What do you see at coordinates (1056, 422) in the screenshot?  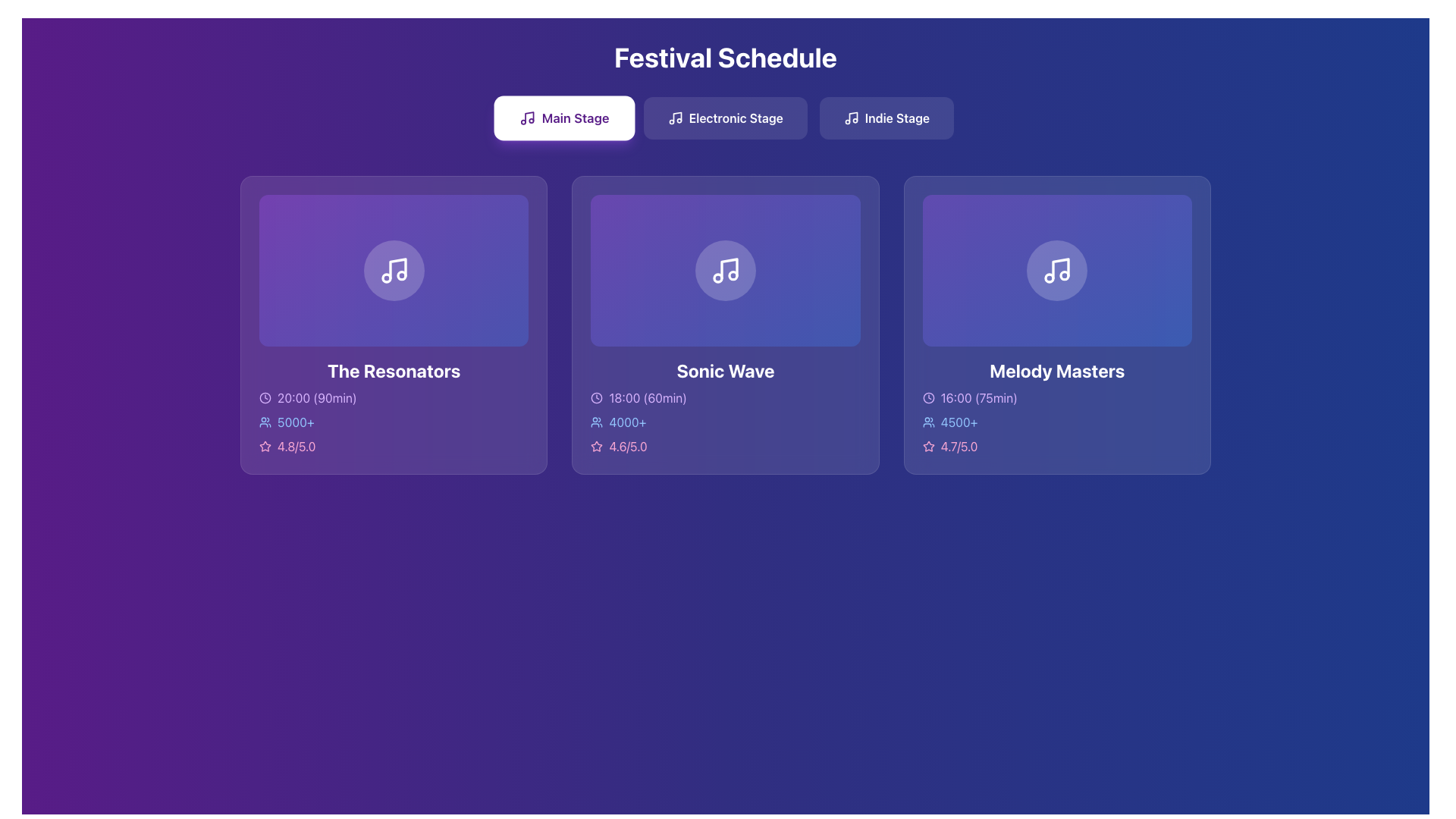 I see `the Information Card Segment displaying '16:00 (75min)', '4500+', and '4.7/5.0', located in the bottom-right section of the 'Melody Masters' card` at bounding box center [1056, 422].